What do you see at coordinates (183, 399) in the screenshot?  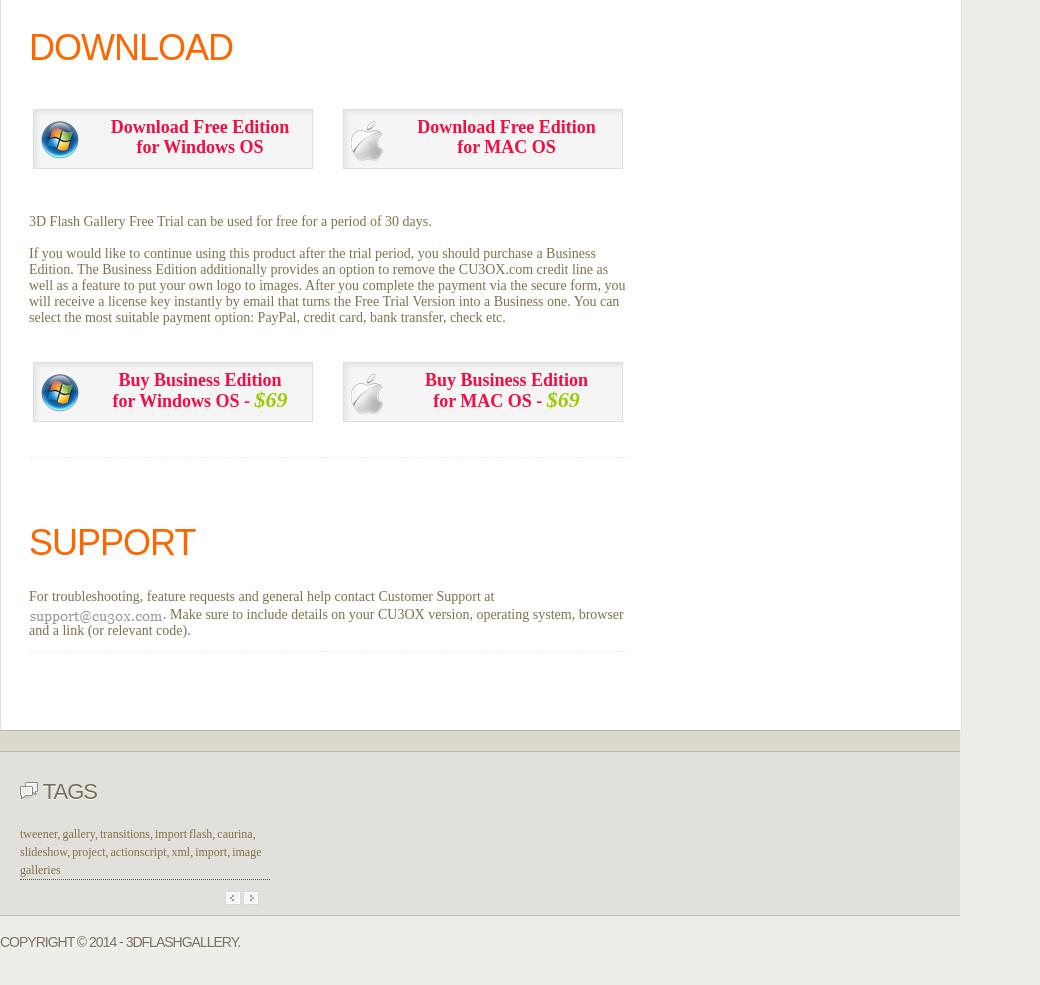 I see `'for Windows OS -'` at bounding box center [183, 399].